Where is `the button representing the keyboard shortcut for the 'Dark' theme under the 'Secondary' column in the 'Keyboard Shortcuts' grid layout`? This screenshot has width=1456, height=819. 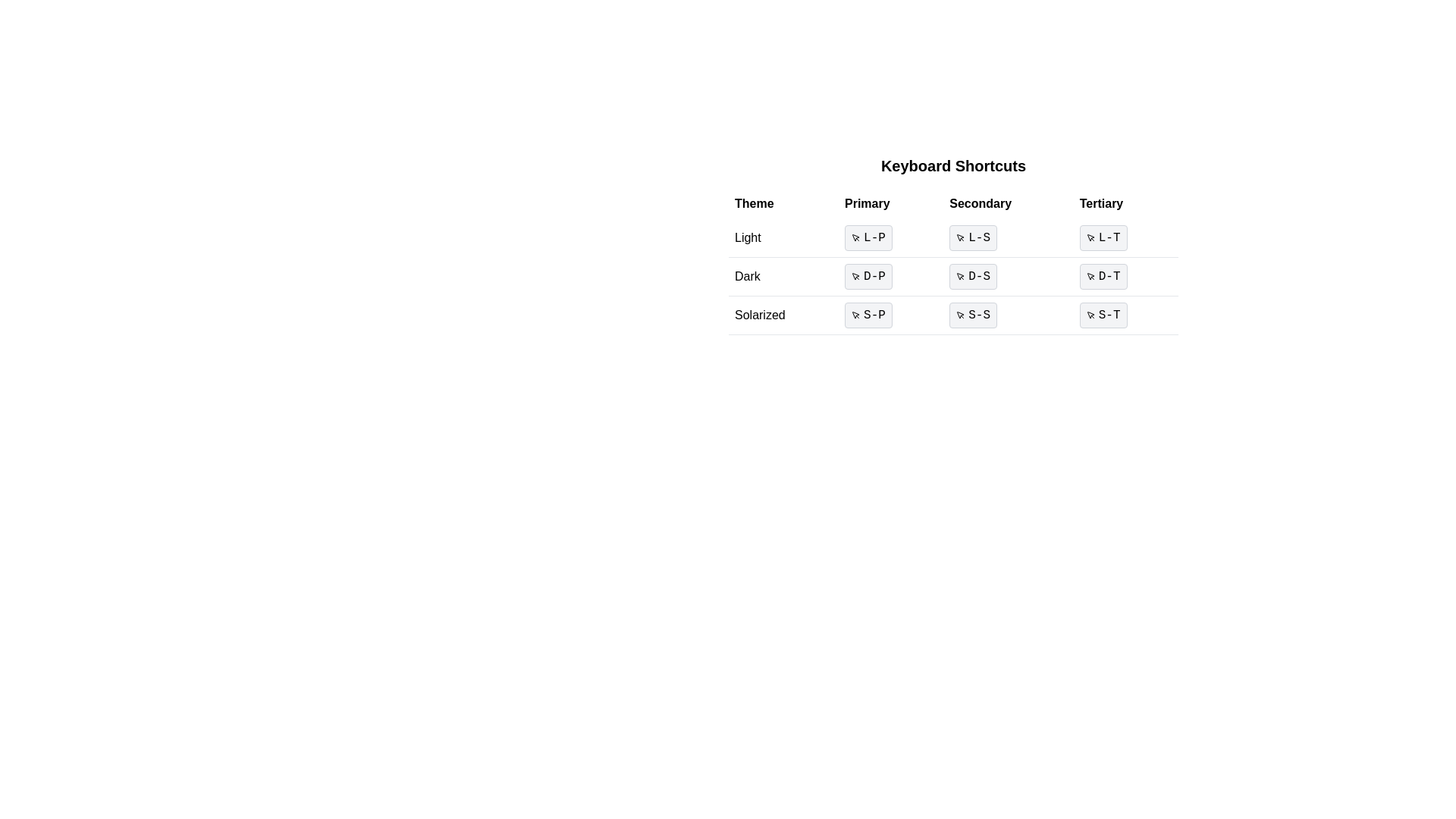 the button representing the keyboard shortcut for the 'Dark' theme under the 'Secondary' column in the 'Keyboard Shortcuts' grid layout is located at coordinates (973, 277).